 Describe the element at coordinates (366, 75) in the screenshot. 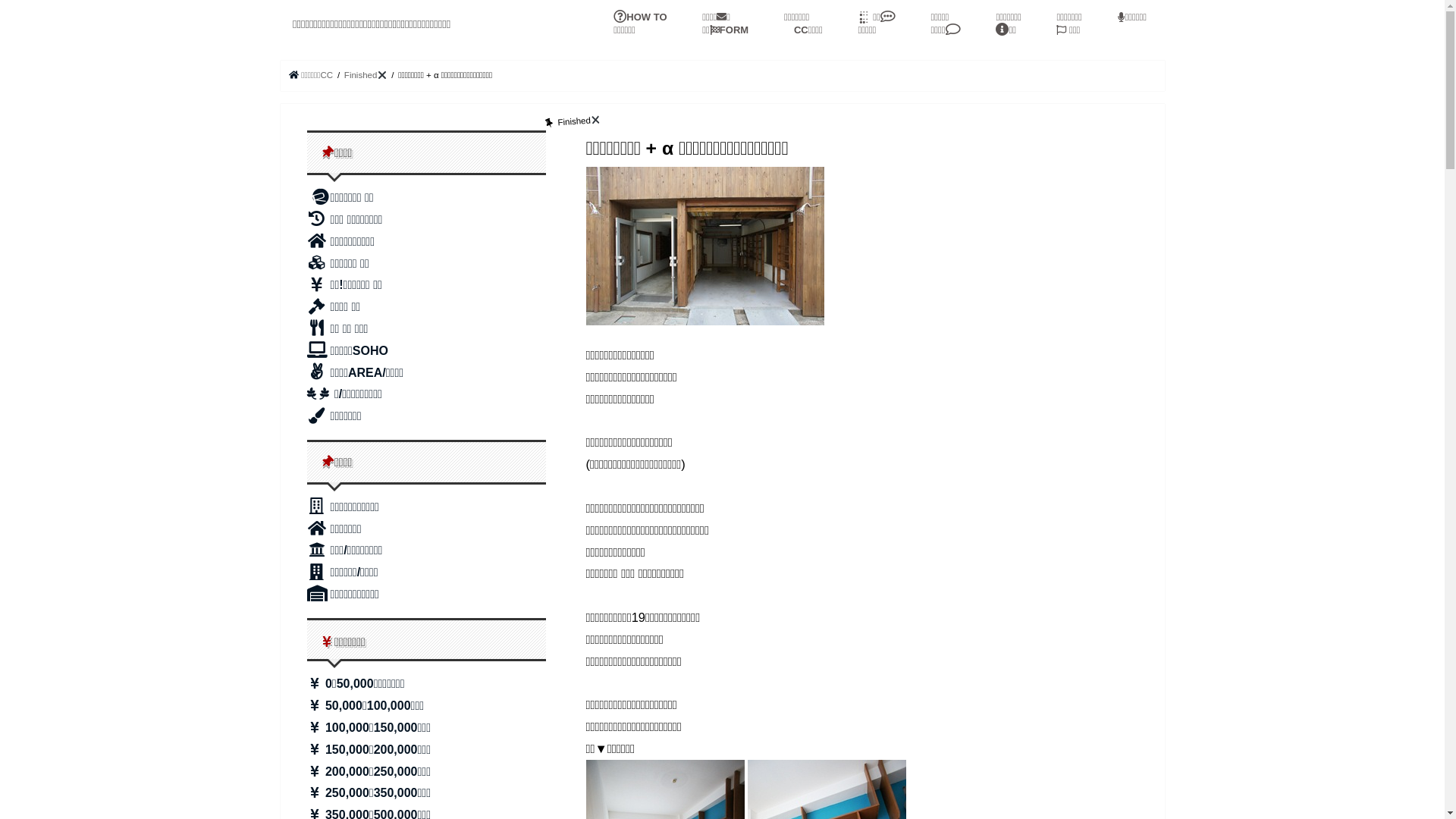

I see `'Finished'` at that location.